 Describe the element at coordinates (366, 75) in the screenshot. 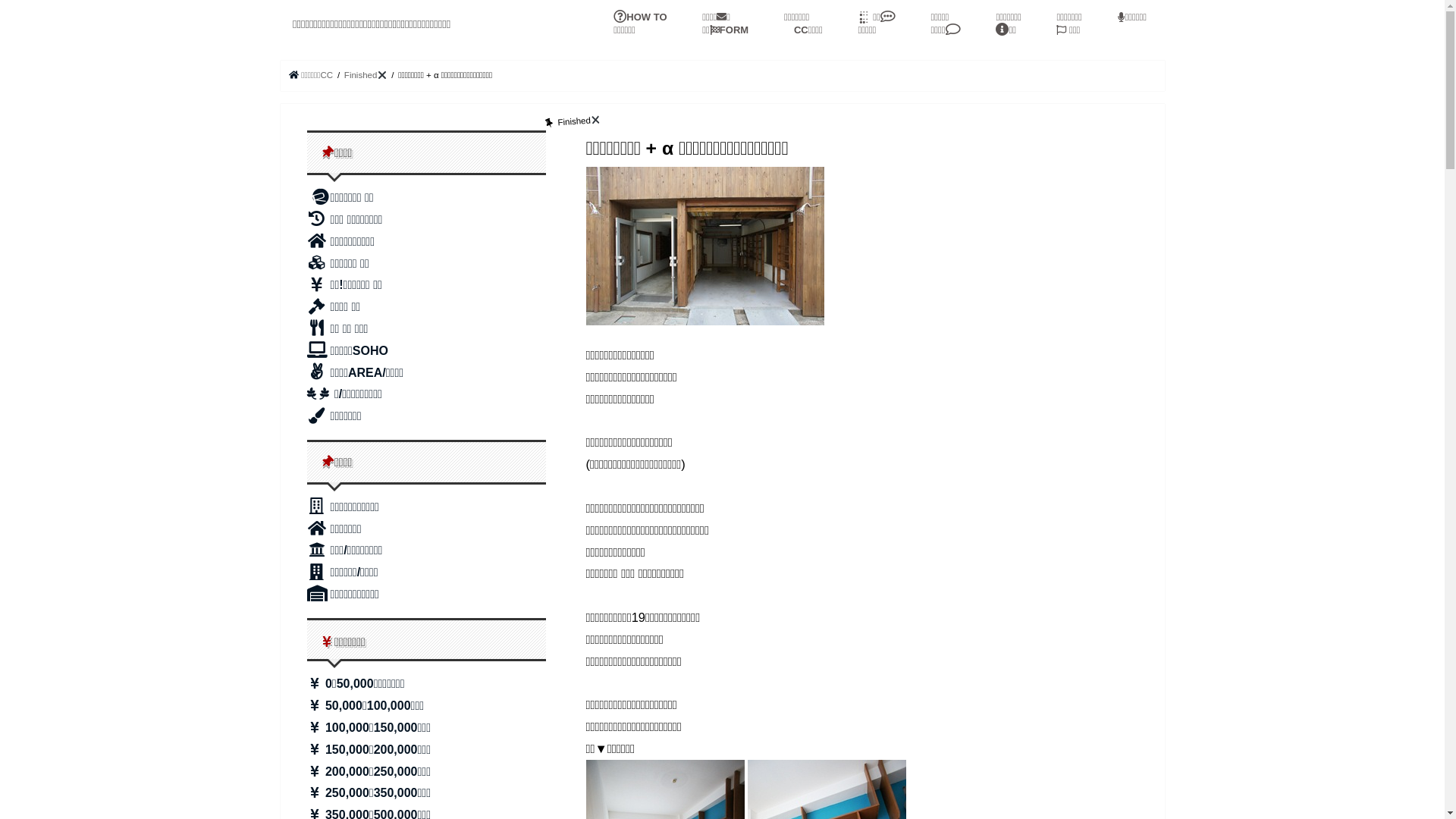

I see `'Finished'` at that location.